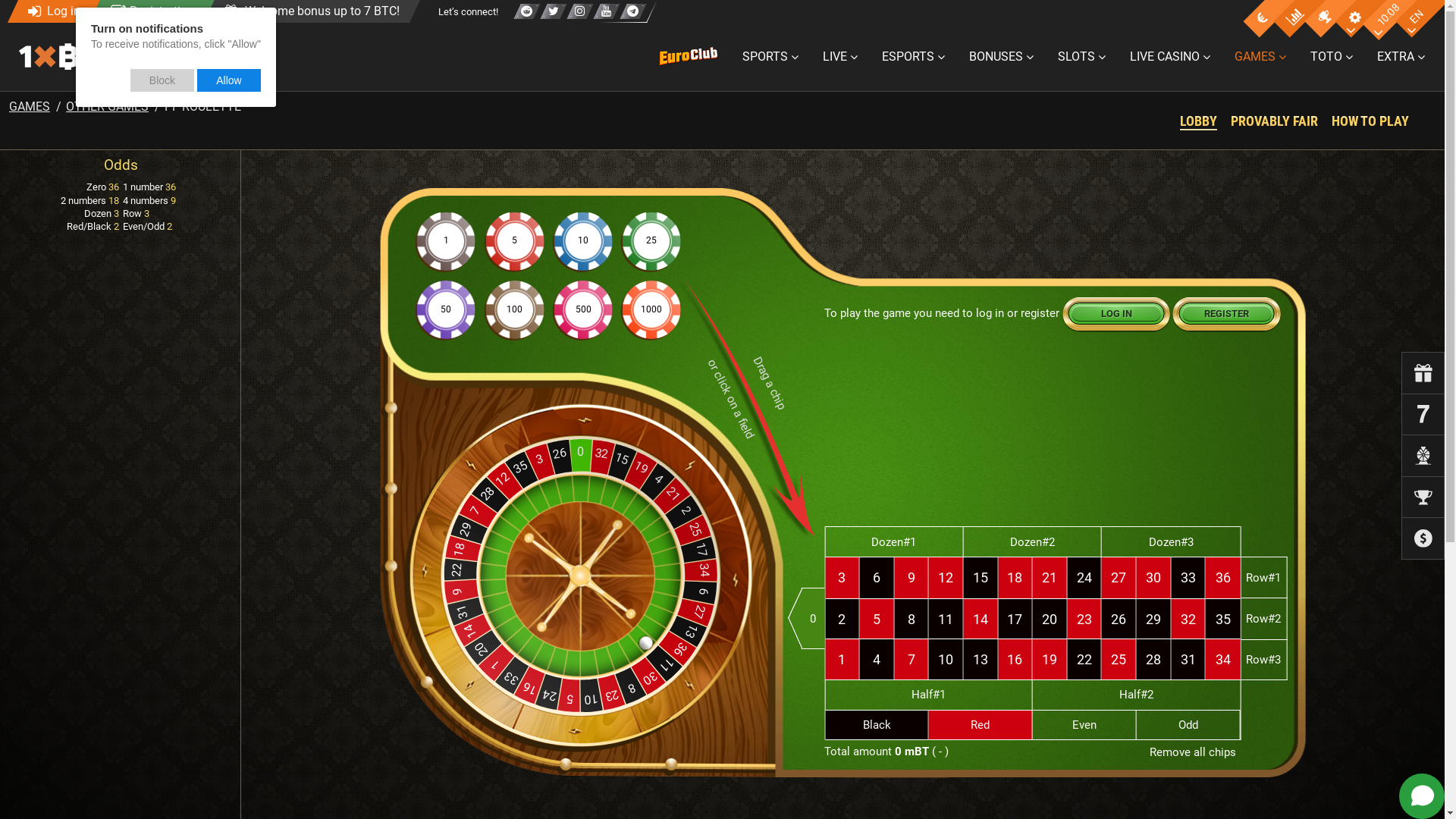  What do you see at coordinates (1331, 55) in the screenshot?
I see `'TOTO'` at bounding box center [1331, 55].